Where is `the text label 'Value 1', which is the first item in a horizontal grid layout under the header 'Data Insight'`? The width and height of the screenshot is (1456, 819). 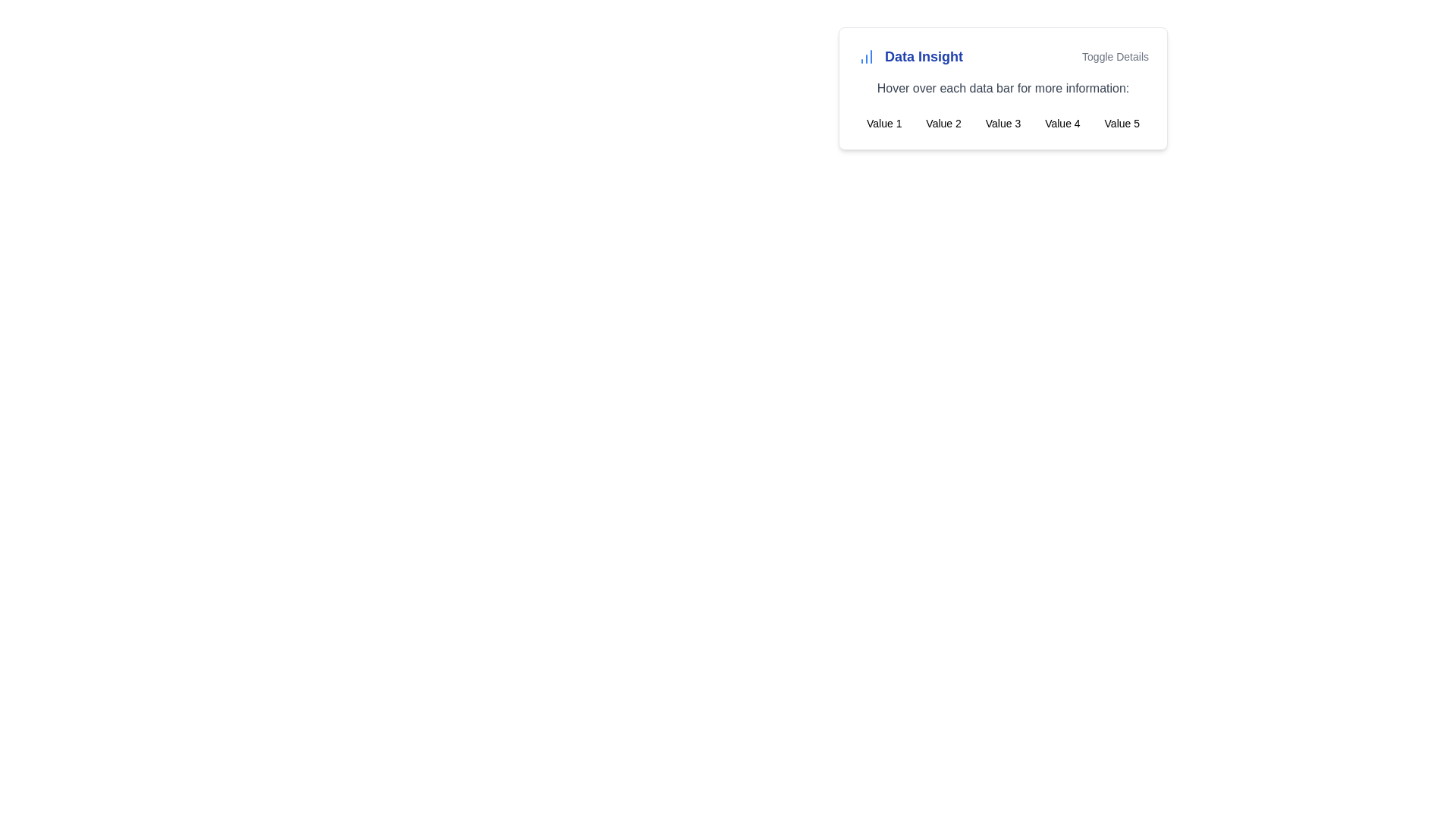
the text label 'Value 1', which is the first item in a horizontal grid layout under the header 'Data Insight' is located at coordinates (884, 119).